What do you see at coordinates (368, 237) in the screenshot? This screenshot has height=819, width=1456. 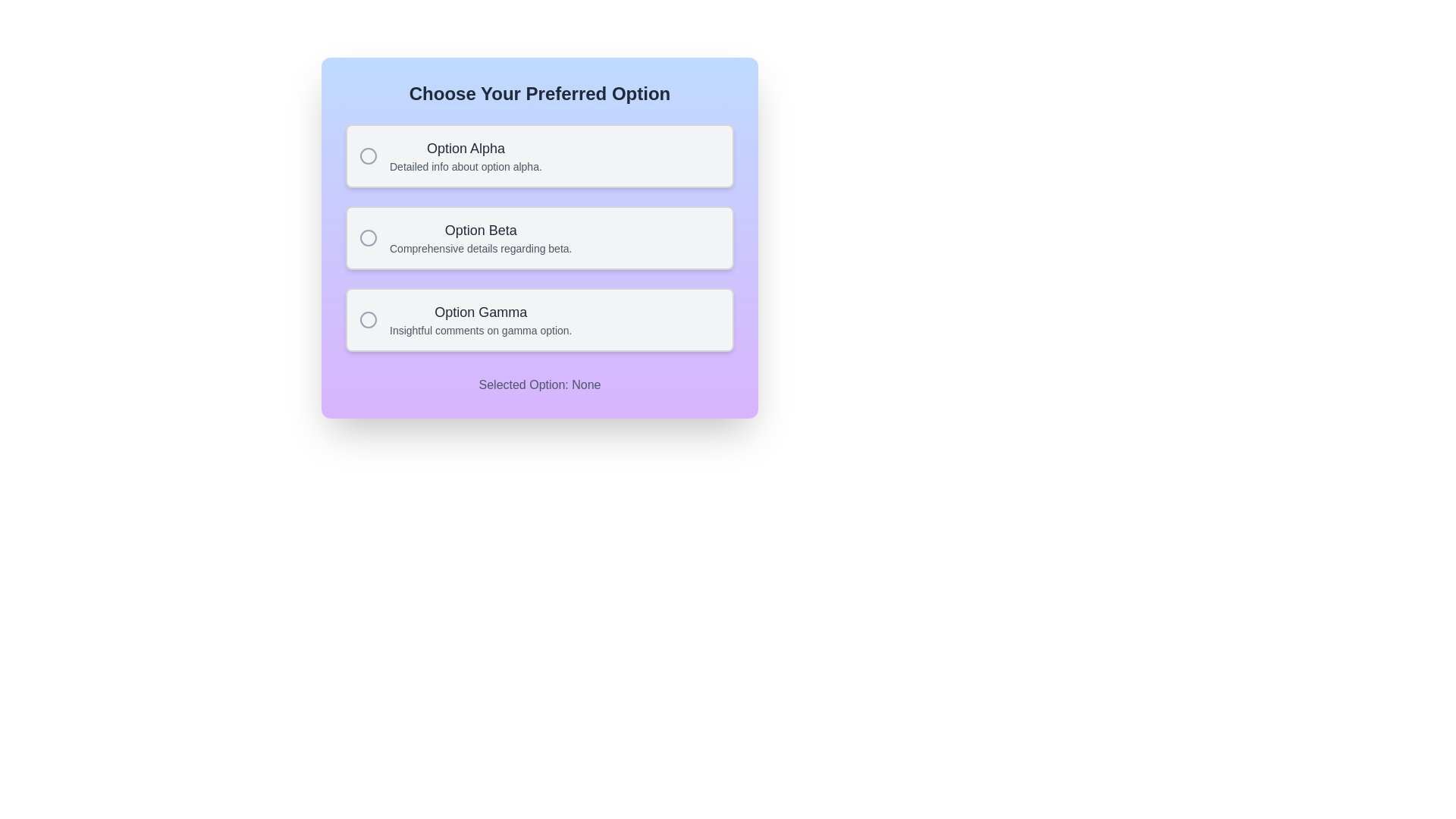 I see `the radio button for 'Option Beta' located in the second row of options` at bounding box center [368, 237].